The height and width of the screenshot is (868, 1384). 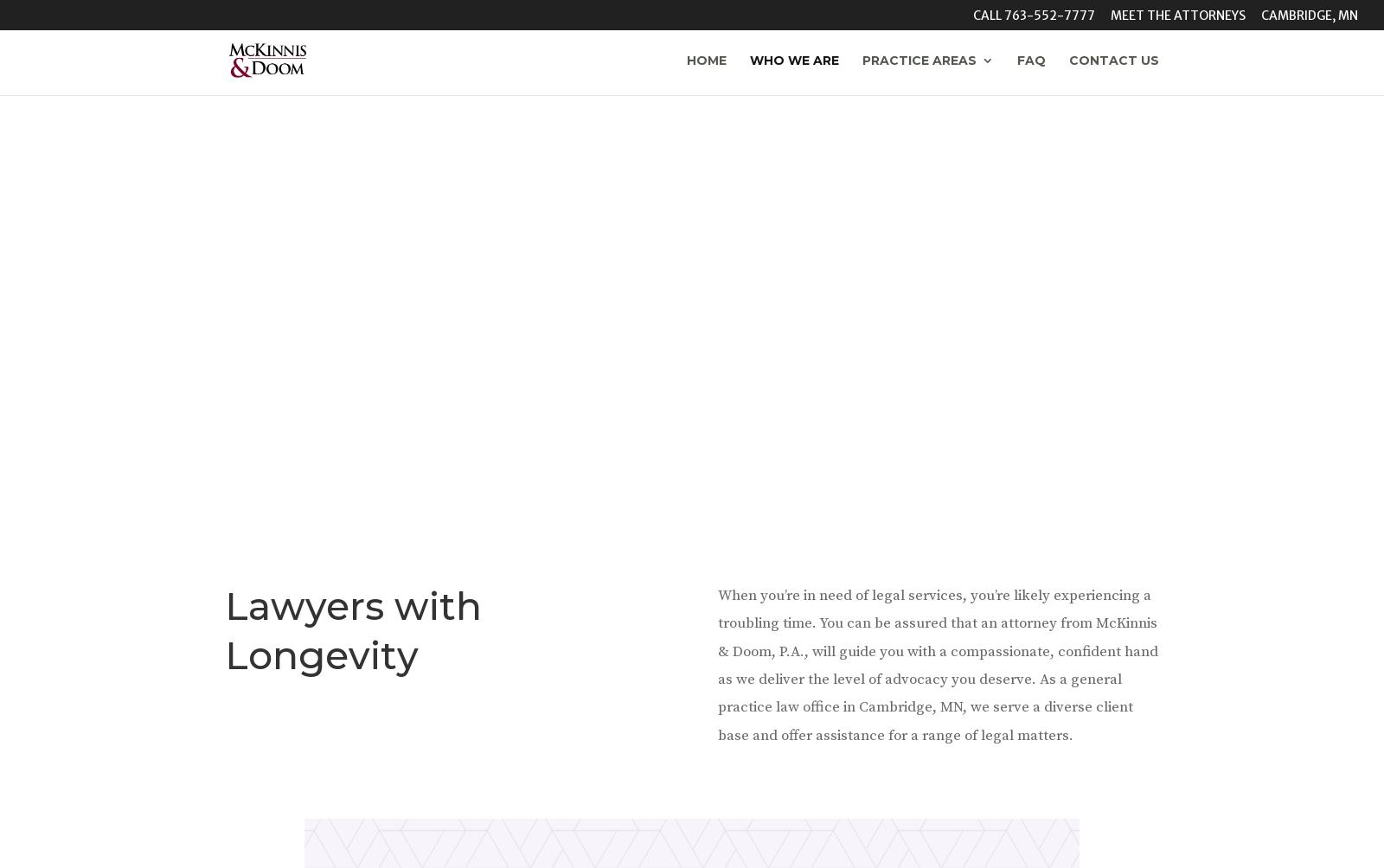 What do you see at coordinates (964, 271) in the screenshot?
I see `'Personal Injury & Wrongful Death'` at bounding box center [964, 271].